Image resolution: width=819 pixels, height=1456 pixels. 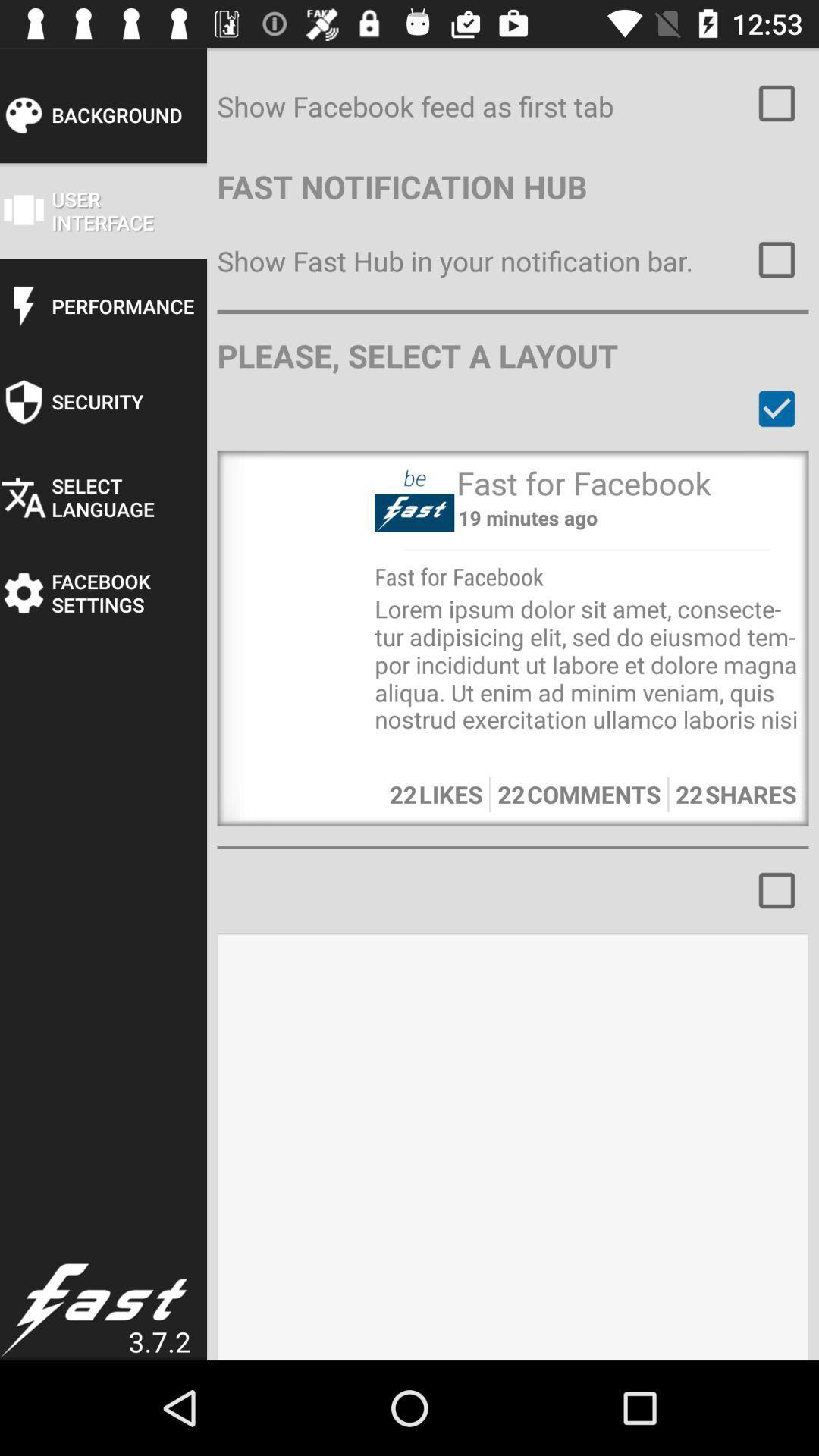 I want to click on checkbox which is on right side of show fast hub in your notification bar, so click(x=777, y=259).